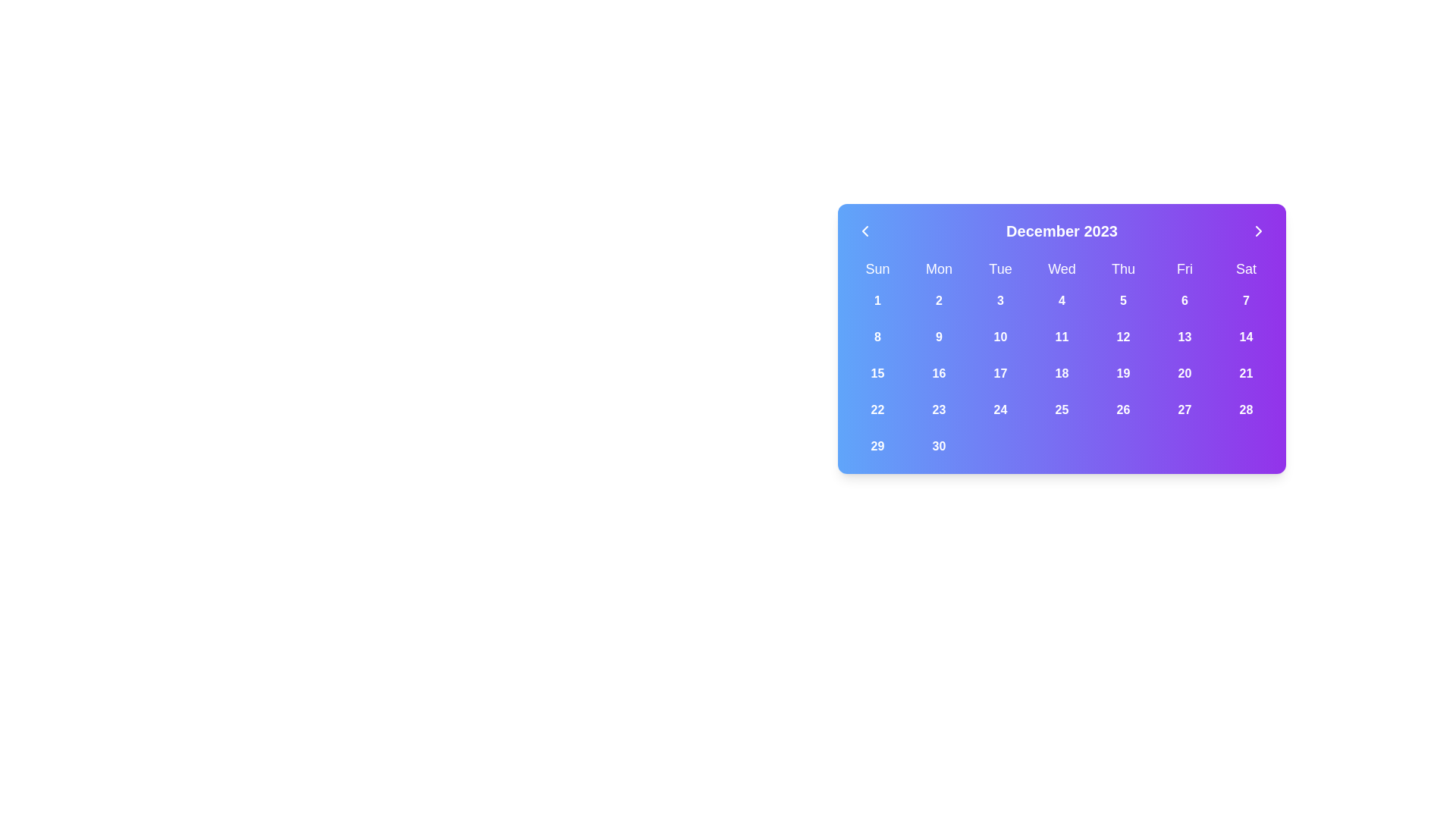  I want to click on the circular button labeled '8' in the calendar grid, so click(877, 336).